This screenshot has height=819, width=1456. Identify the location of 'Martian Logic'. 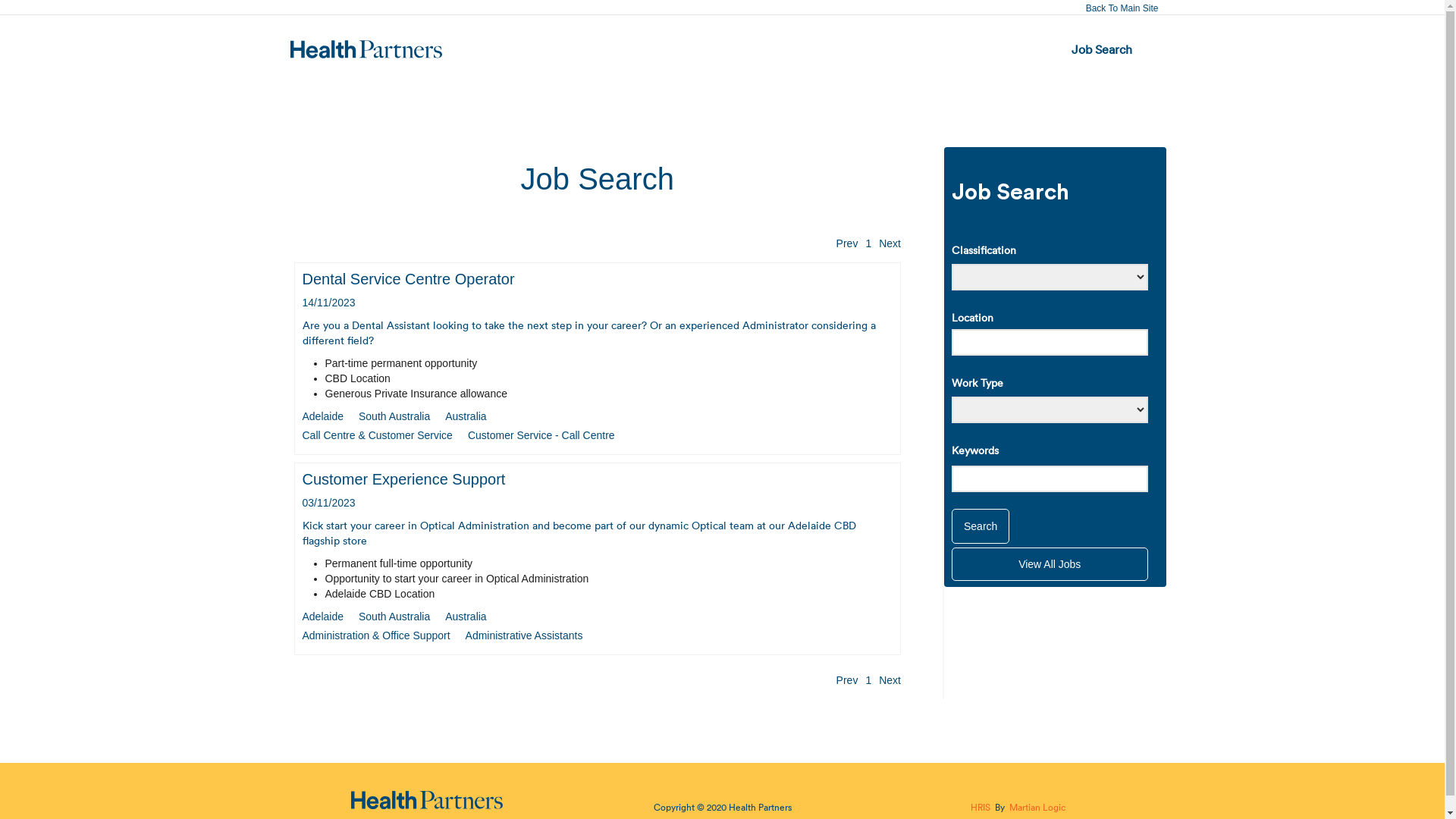
(1037, 806).